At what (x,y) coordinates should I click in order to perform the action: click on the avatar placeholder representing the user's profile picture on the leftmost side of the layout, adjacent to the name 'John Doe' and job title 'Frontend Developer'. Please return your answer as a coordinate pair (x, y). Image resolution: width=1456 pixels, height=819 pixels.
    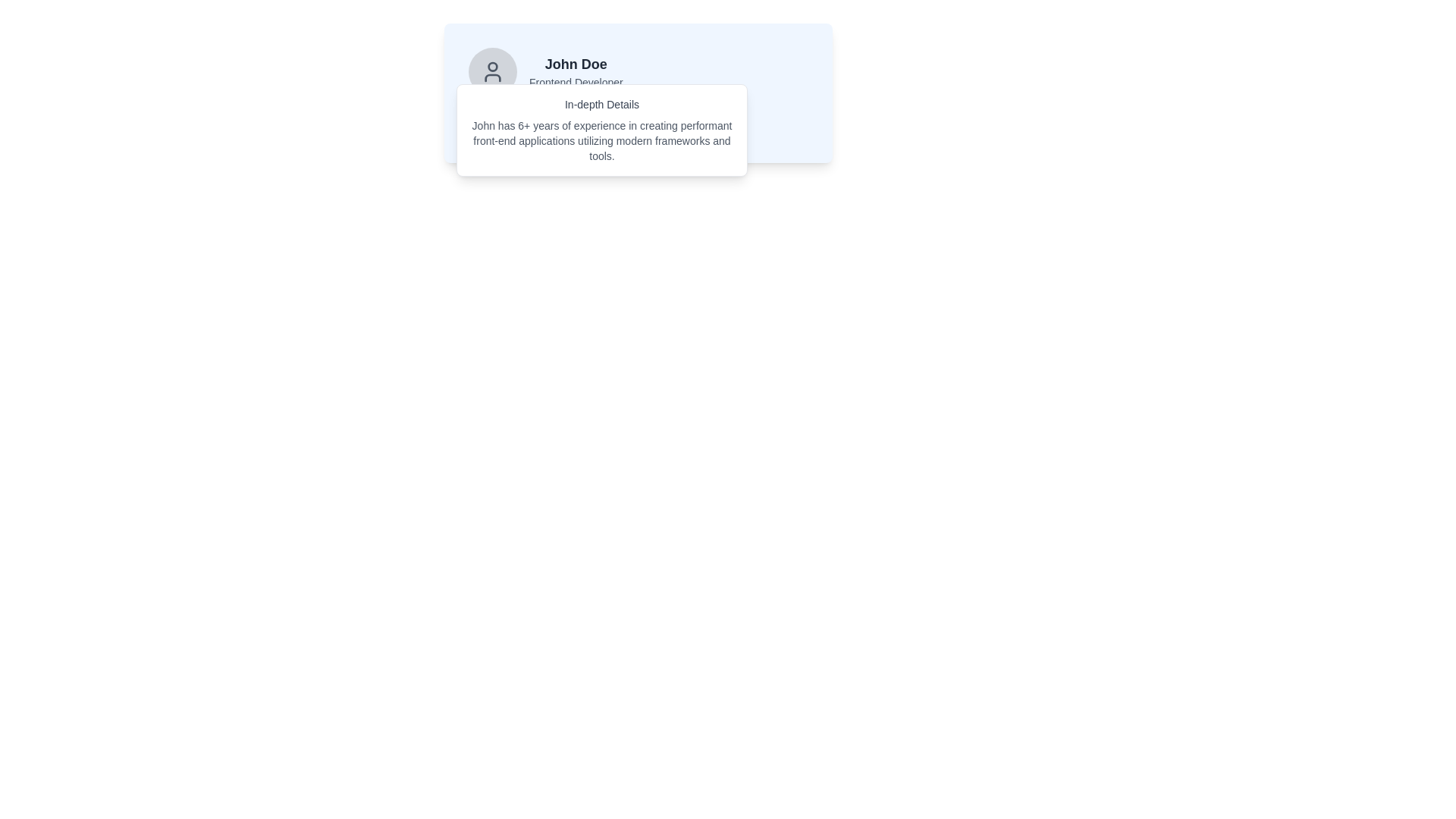
    Looking at the image, I should click on (492, 72).